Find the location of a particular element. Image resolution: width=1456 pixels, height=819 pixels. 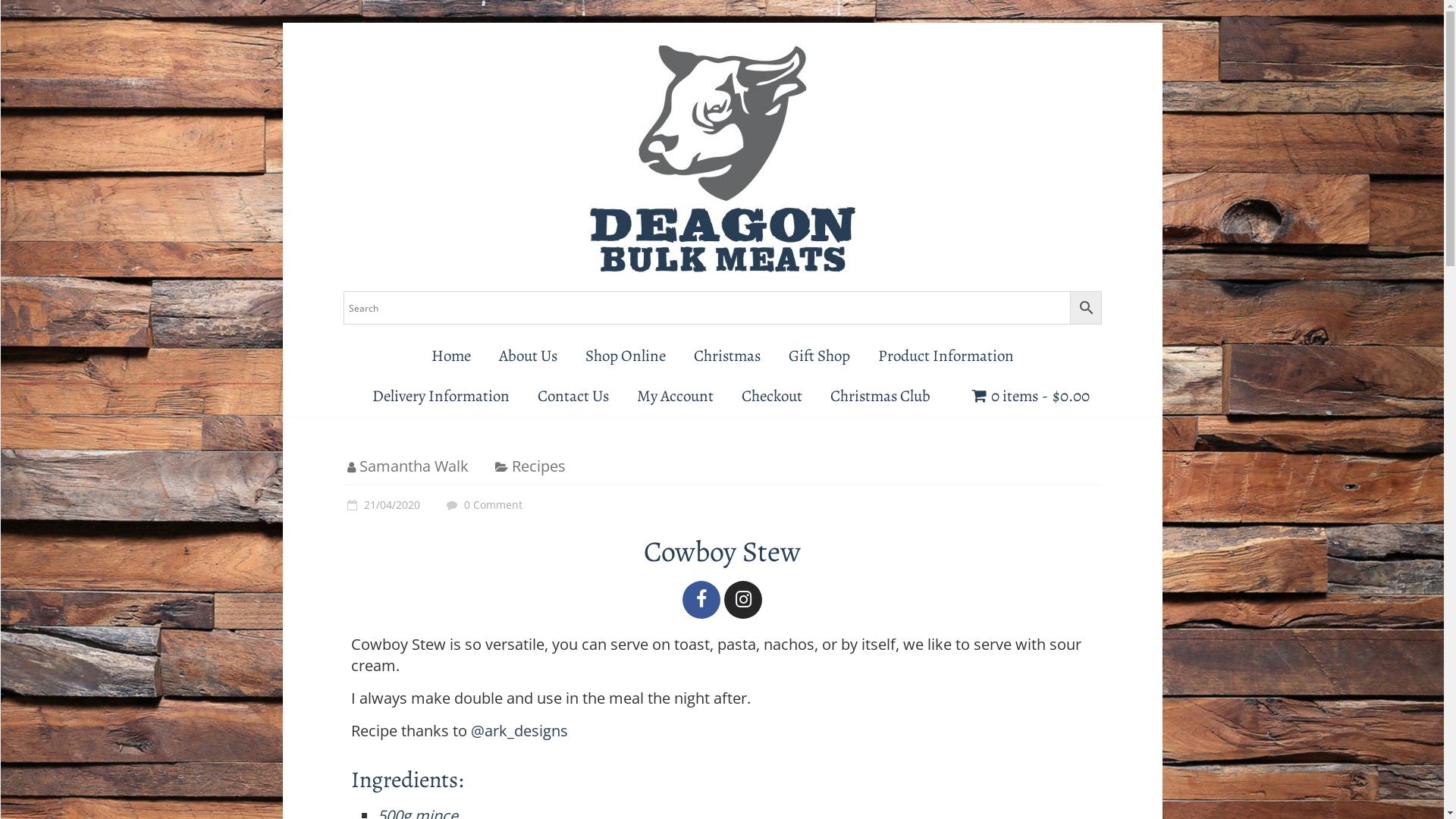

'@ark_designs' is located at coordinates (519, 730).